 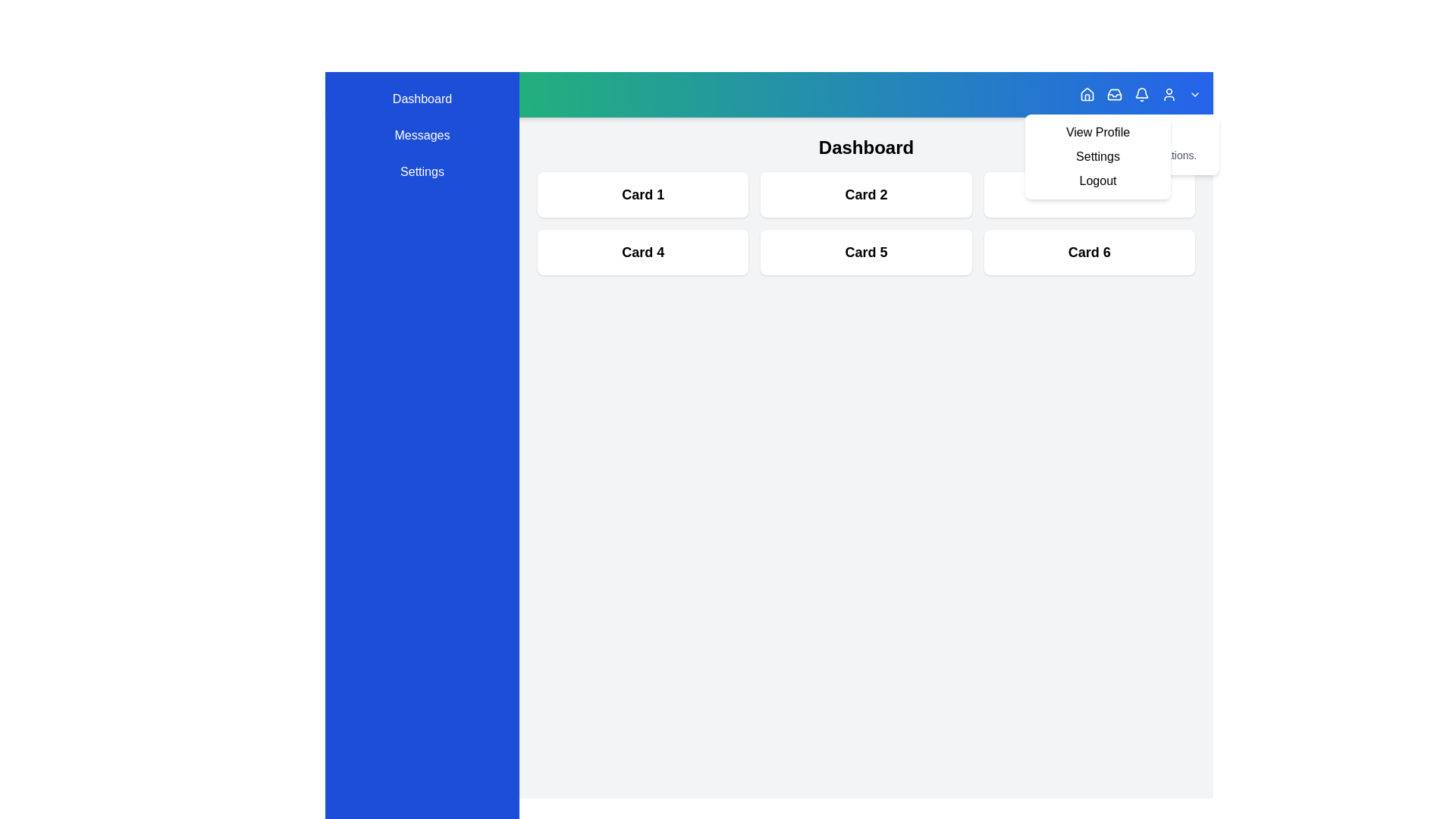 I want to click on the lower part of the notification bell icon located in the top-right corner of the interface, so click(x=1142, y=93).